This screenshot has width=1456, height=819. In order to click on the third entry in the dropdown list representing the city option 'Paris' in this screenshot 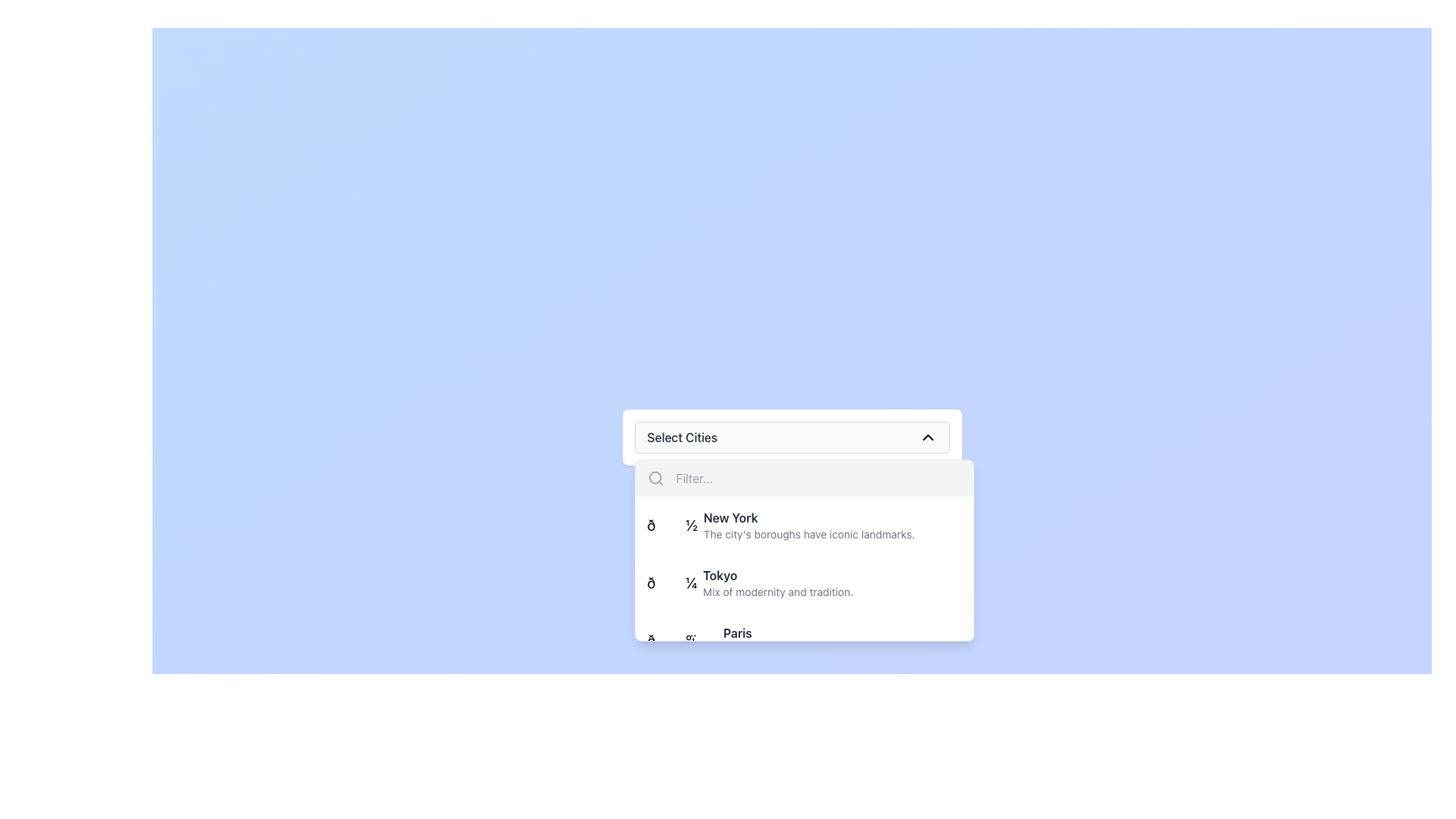, I will do `click(803, 640)`.